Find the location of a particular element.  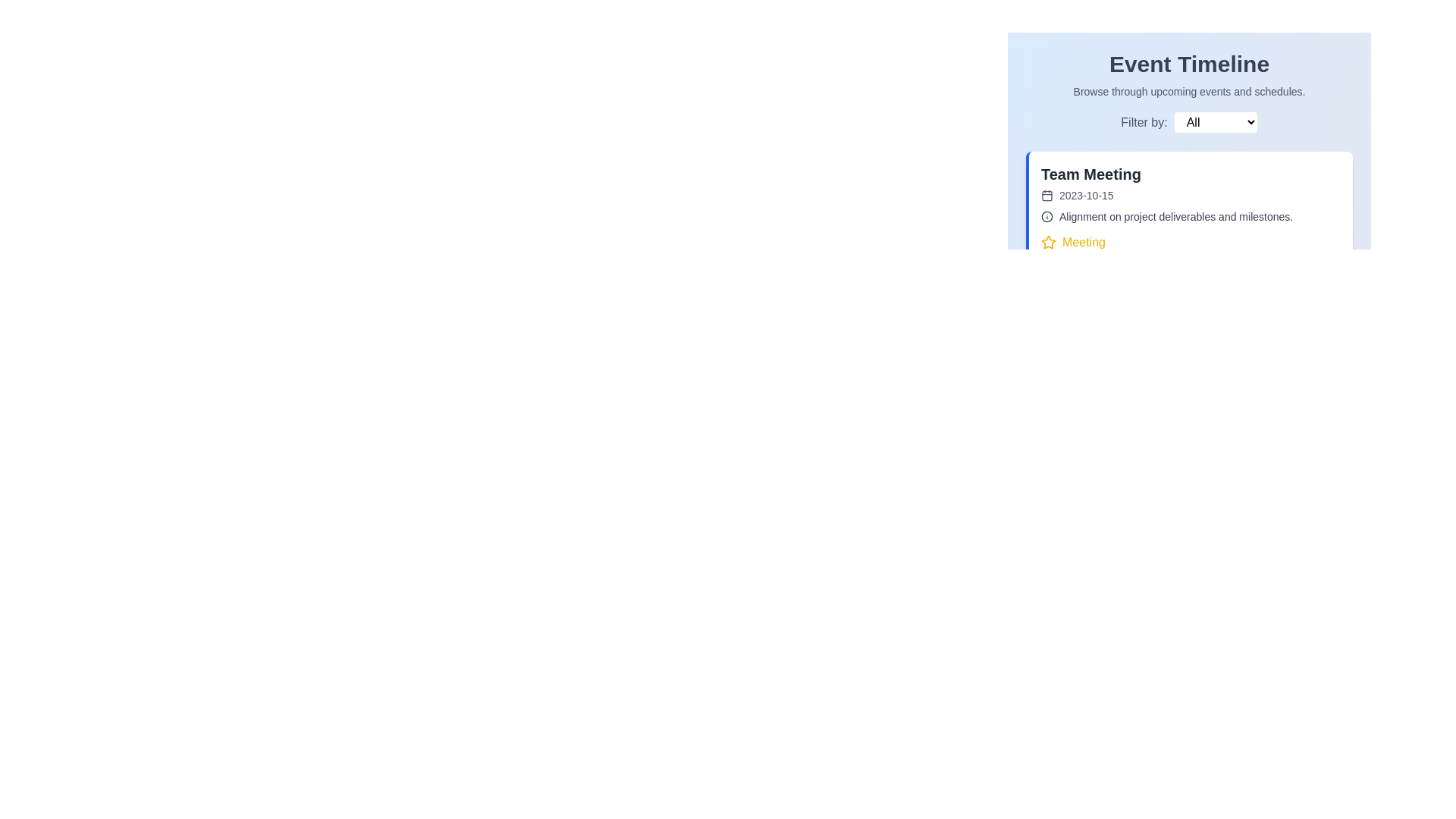

the static text that reads 'Browse through upcoming events and schedules.', which is styled in a small gray font and located beneath the 'Event Timeline' heading is located at coordinates (1188, 91).